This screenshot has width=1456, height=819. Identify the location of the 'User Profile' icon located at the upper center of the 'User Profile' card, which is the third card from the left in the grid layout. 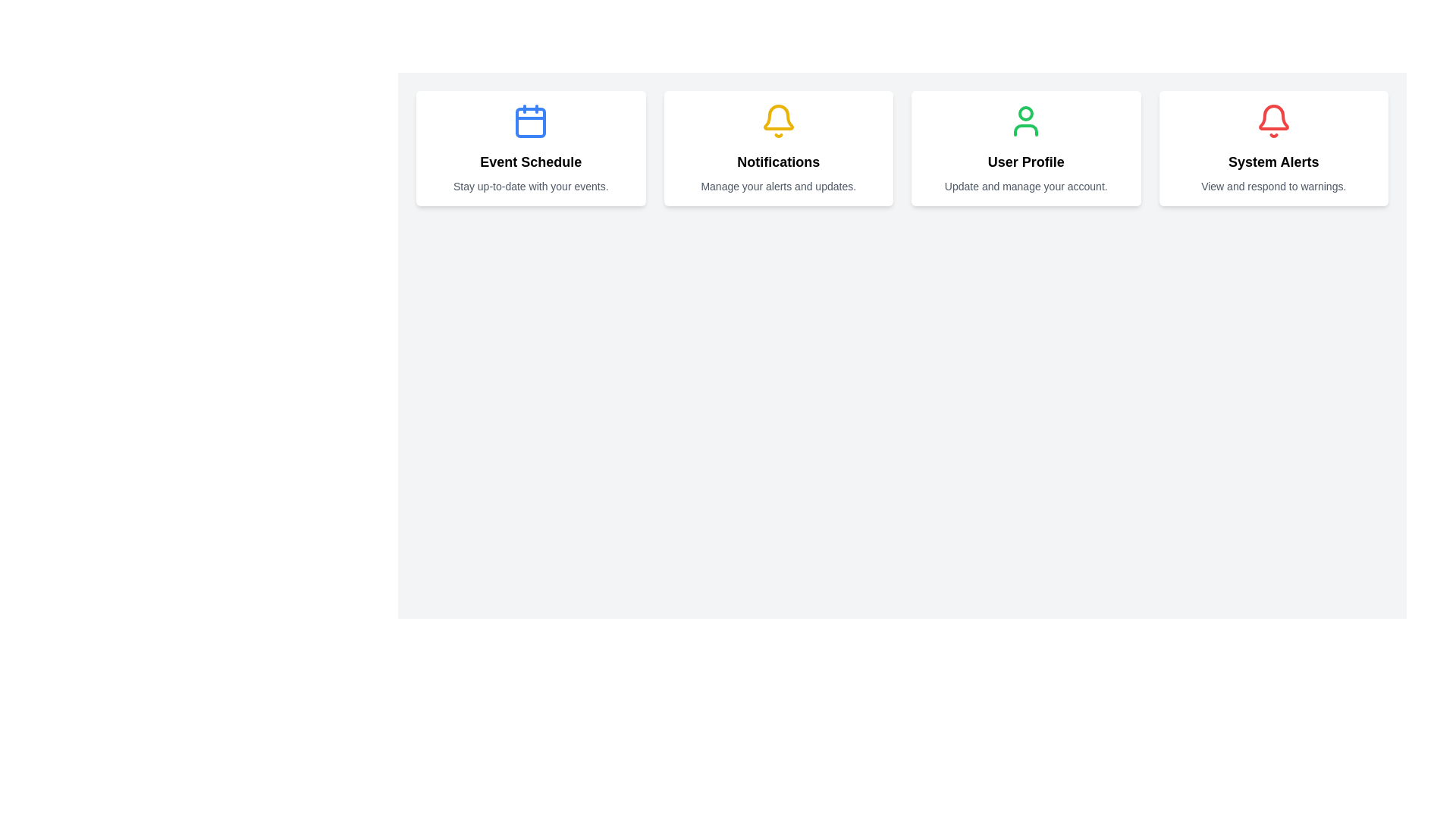
(1026, 120).